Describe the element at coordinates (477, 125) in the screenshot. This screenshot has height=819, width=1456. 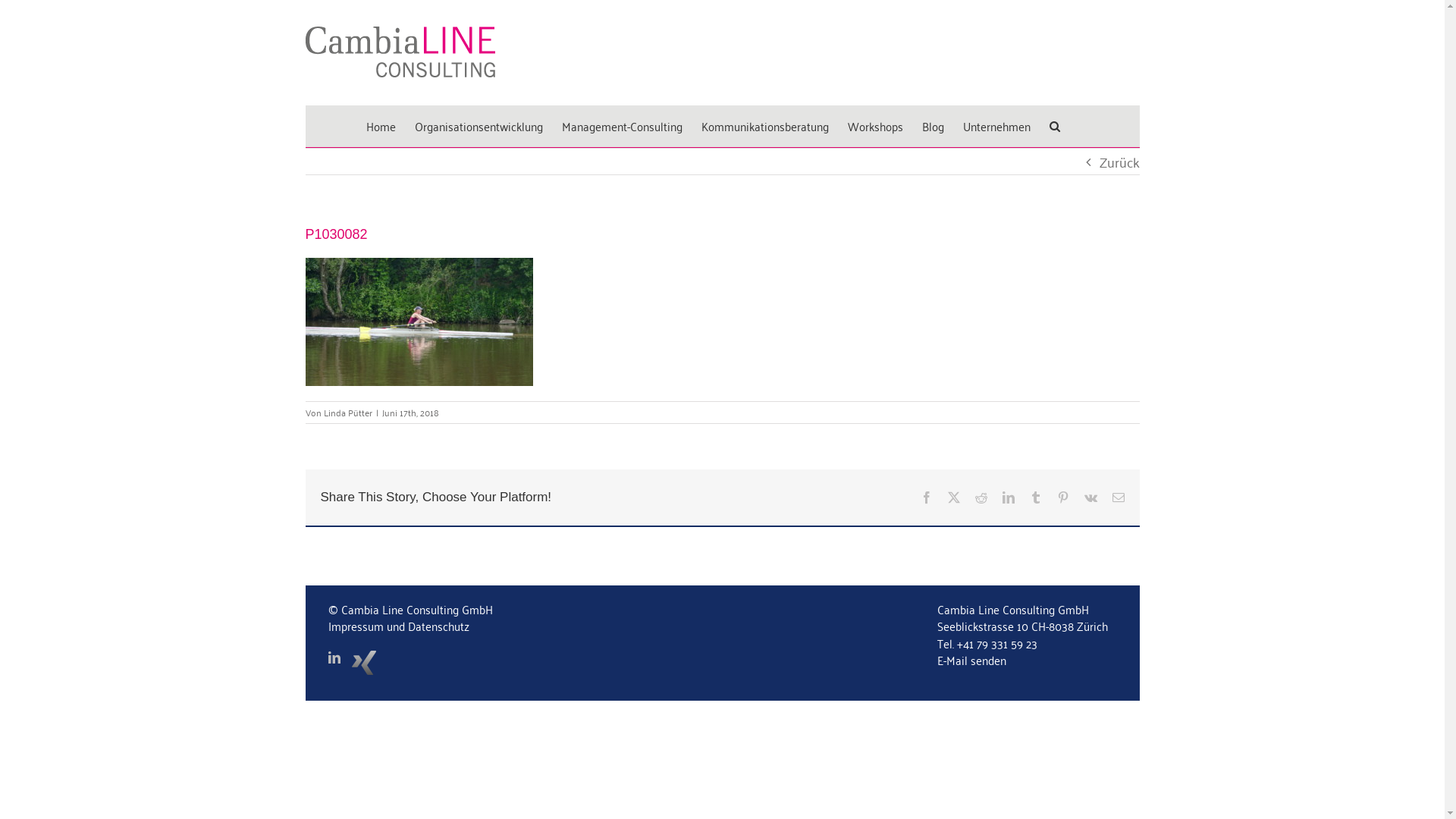
I see `'Organisationsentwicklung'` at that location.